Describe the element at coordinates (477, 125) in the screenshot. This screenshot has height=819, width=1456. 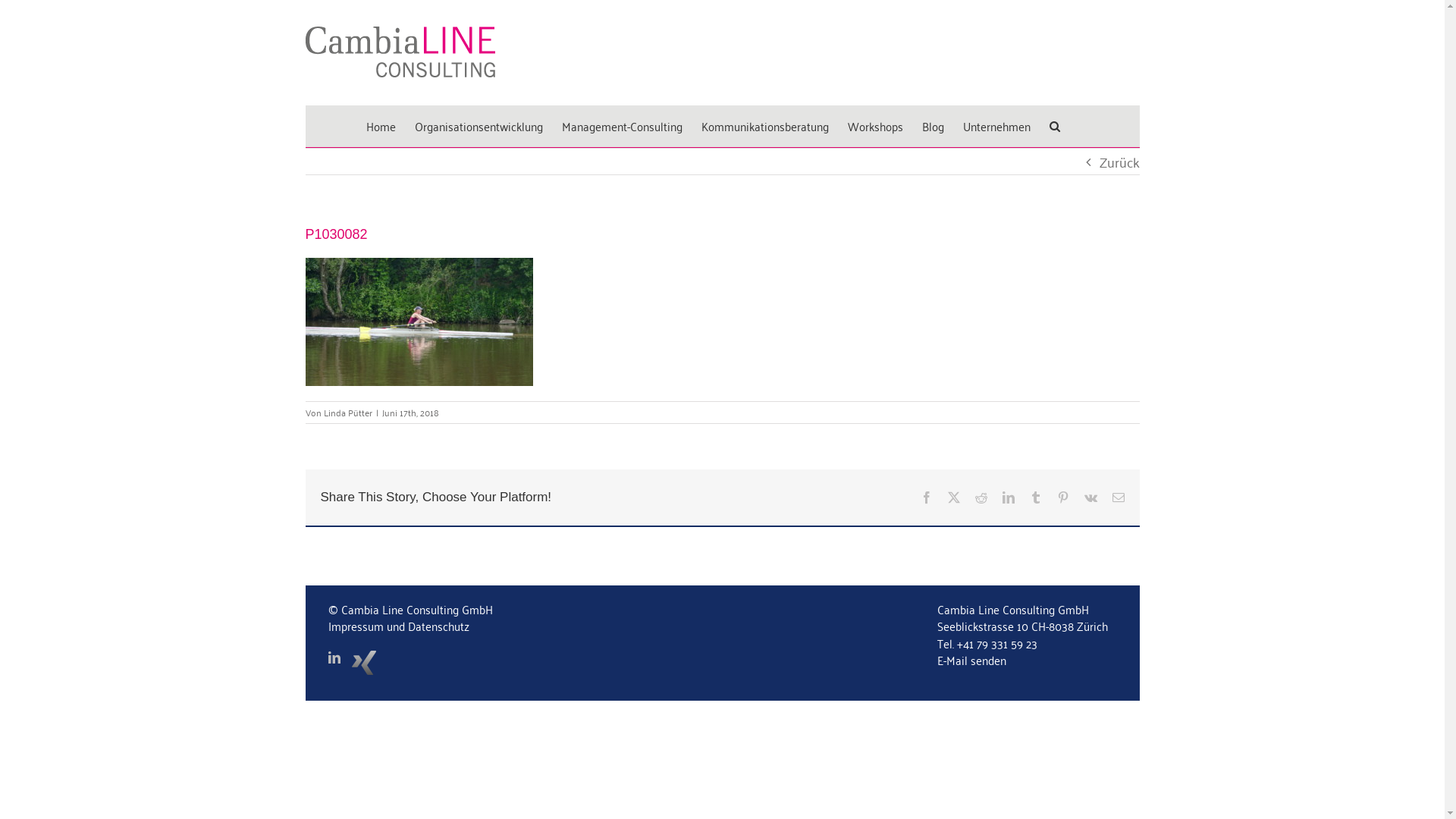
I see `'Organisationsentwicklung'` at that location.